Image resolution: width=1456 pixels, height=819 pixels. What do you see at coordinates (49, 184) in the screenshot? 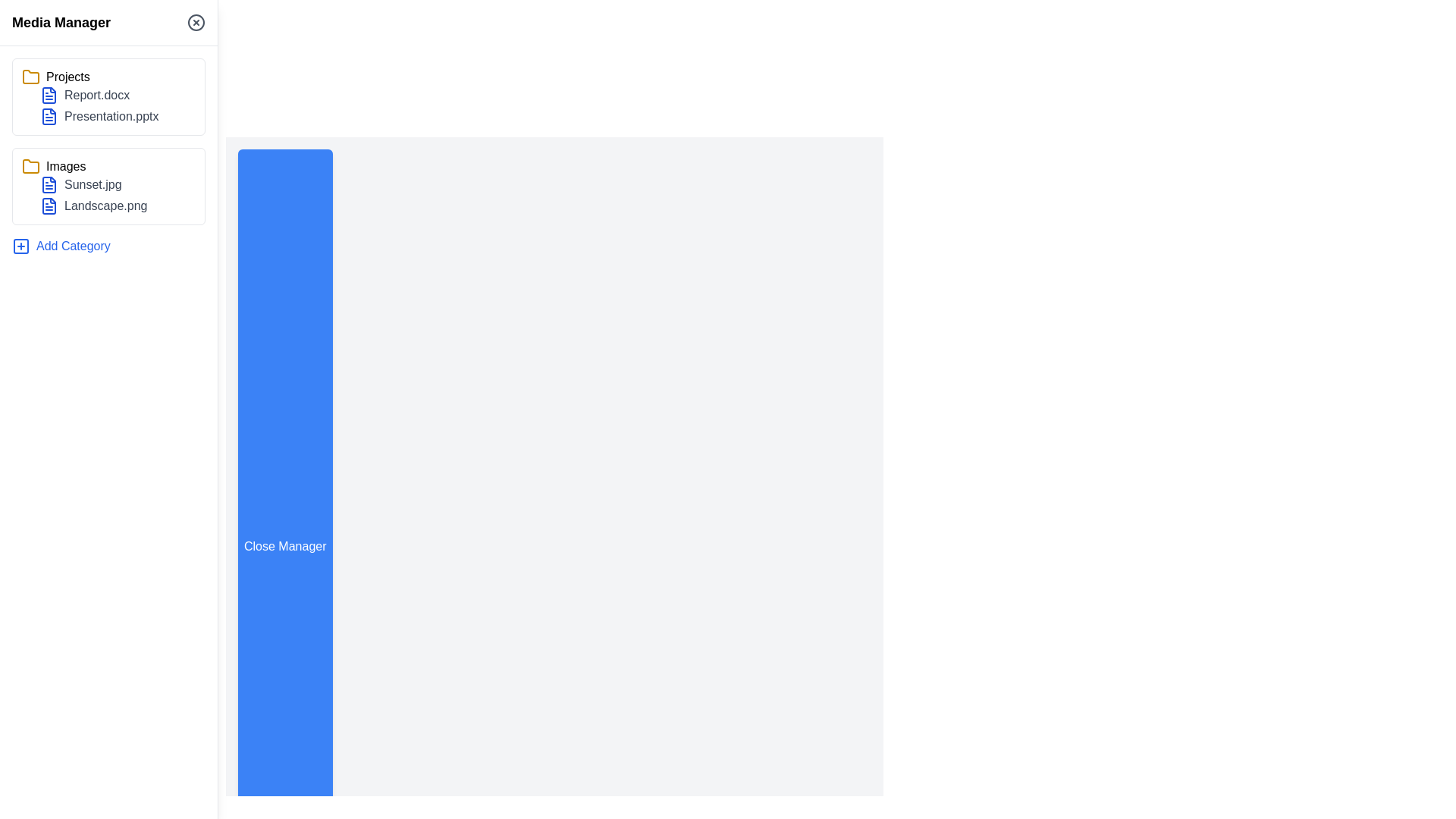
I see `the icon representing the file 'Sunset.jpg' located` at bounding box center [49, 184].